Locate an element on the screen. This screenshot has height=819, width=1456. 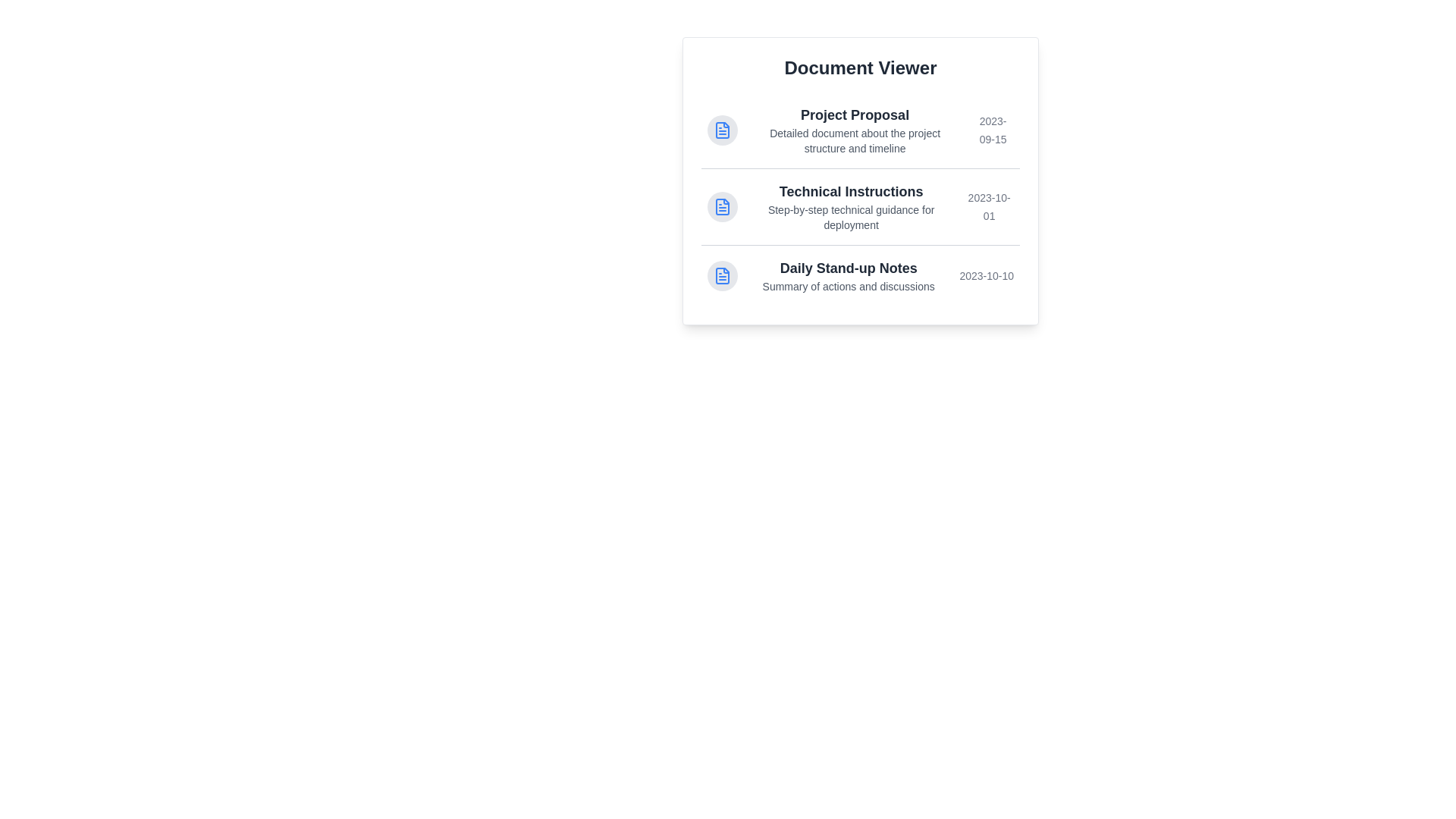
the icon next to the document titled Technical Instructions is located at coordinates (722, 207).